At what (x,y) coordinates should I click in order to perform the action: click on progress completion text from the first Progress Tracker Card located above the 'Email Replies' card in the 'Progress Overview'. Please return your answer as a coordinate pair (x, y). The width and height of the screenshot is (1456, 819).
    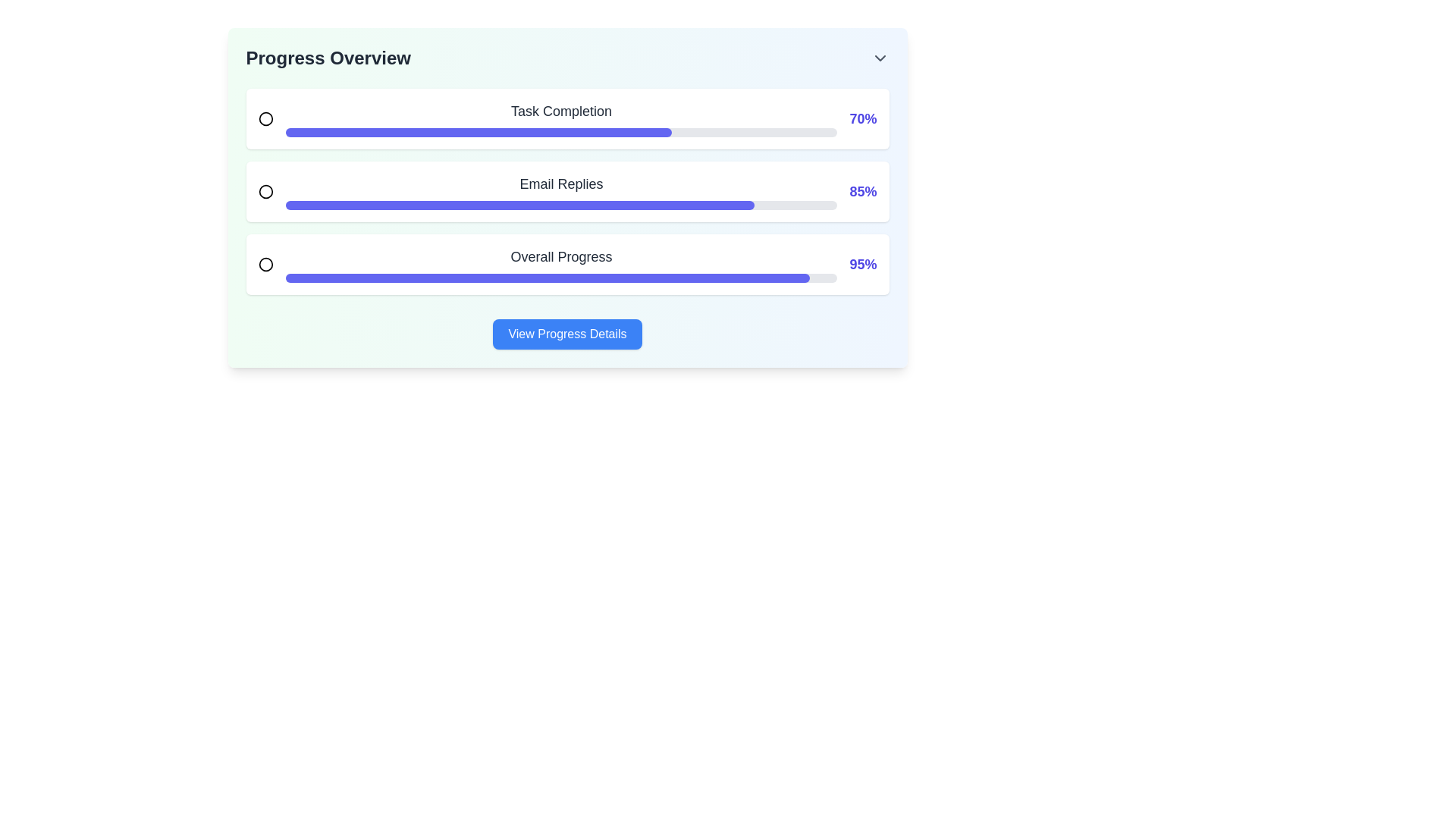
    Looking at the image, I should click on (566, 118).